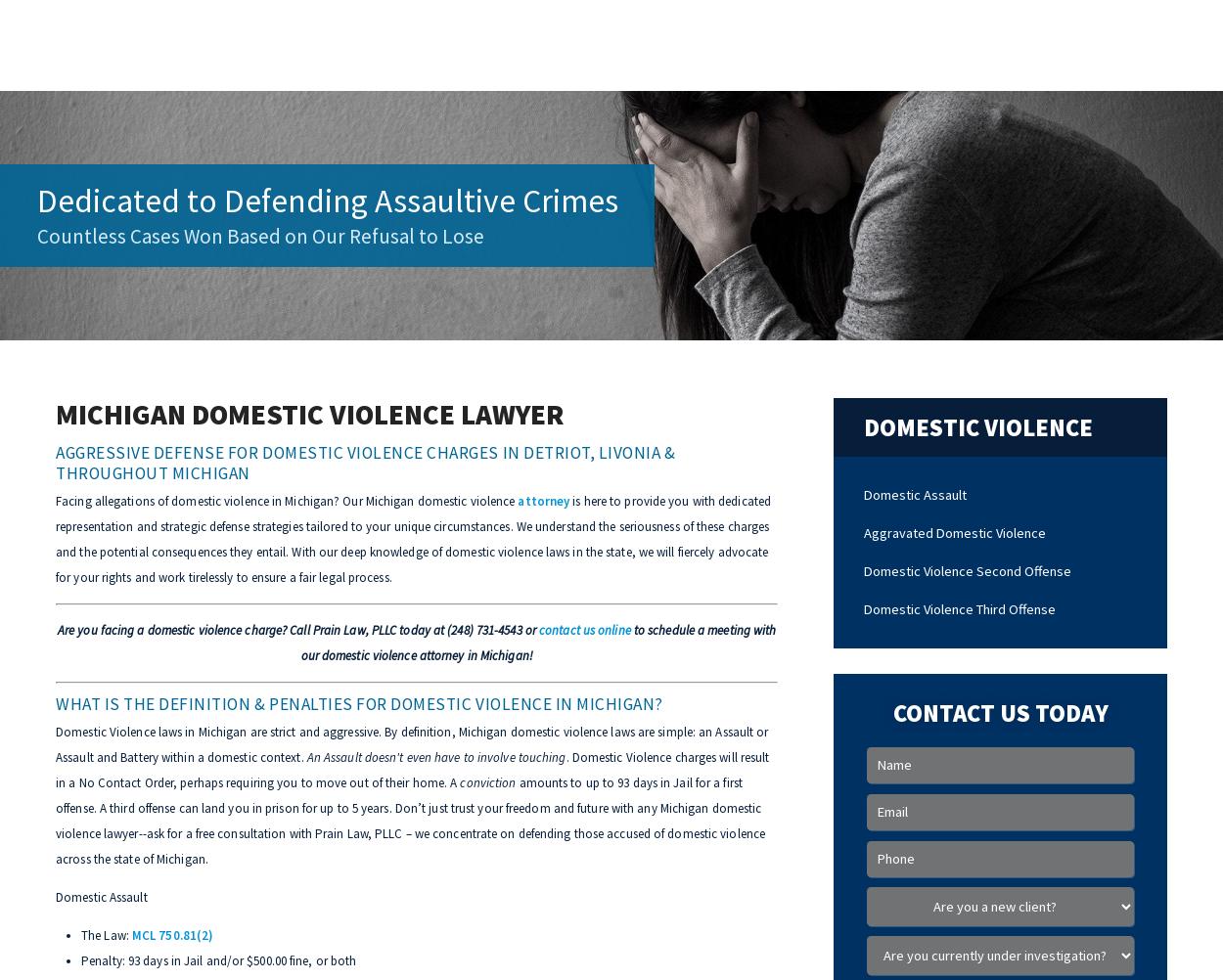 This screenshot has height=980, width=1223. I want to click on 'Michigan Domestic Violence Lawyer', so click(309, 413).